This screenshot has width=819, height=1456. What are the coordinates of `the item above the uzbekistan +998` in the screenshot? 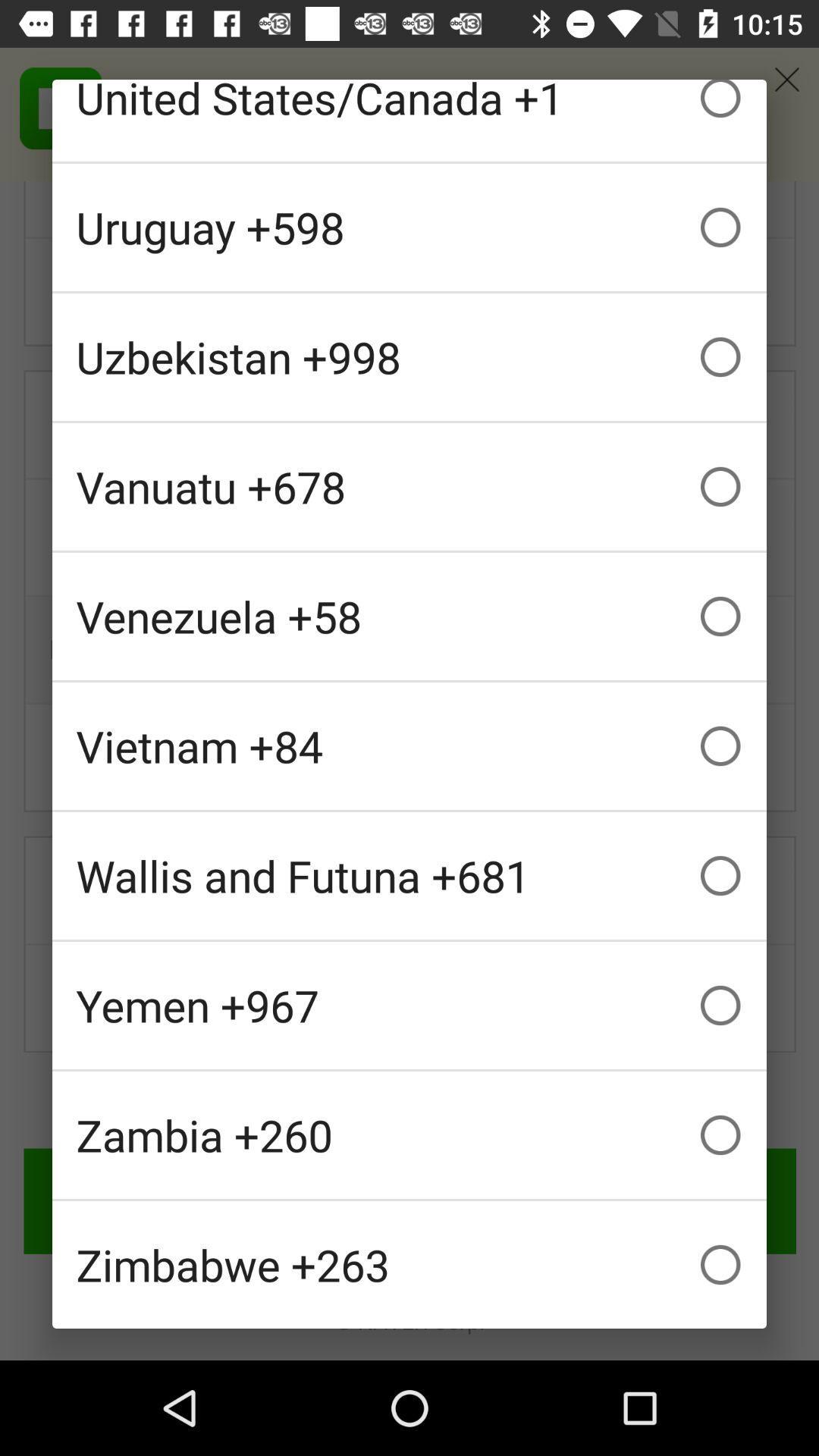 It's located at (409, 226).